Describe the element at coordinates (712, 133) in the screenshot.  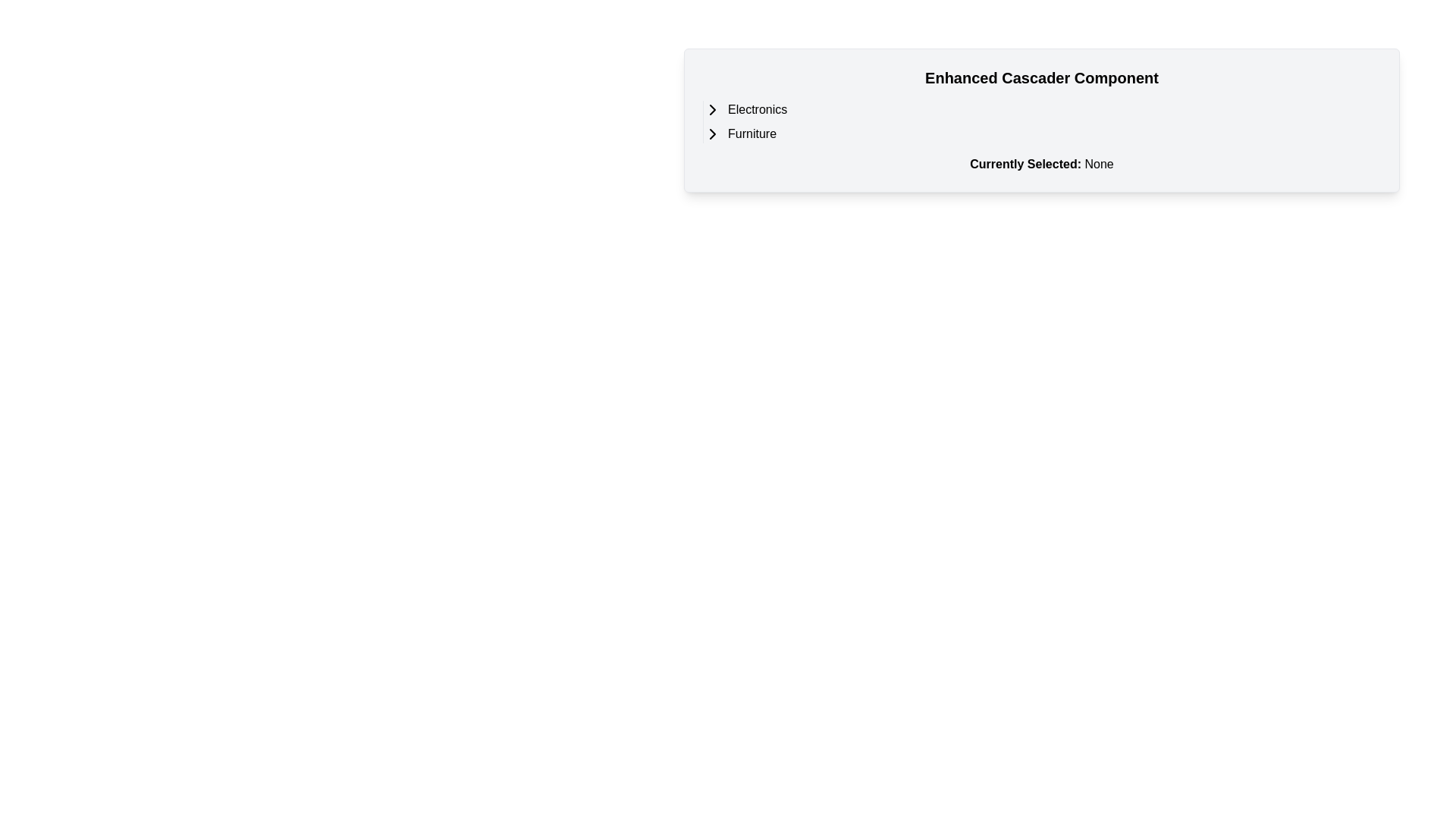
I see `the rightward-pointing arrow icon next to the text 'Furniture'` at that location.